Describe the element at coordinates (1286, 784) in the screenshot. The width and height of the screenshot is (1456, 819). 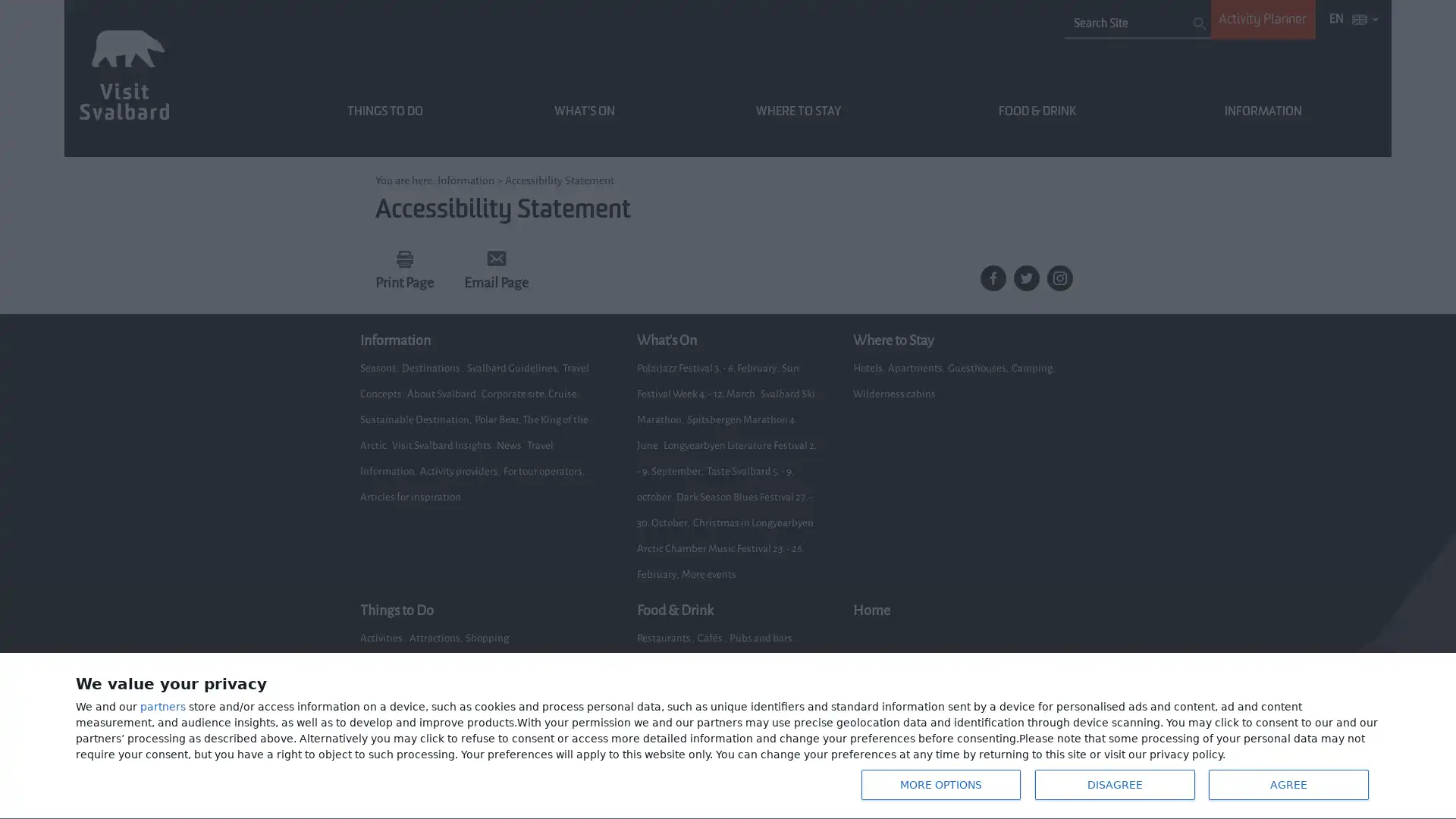
I see `AGREE` at that location.